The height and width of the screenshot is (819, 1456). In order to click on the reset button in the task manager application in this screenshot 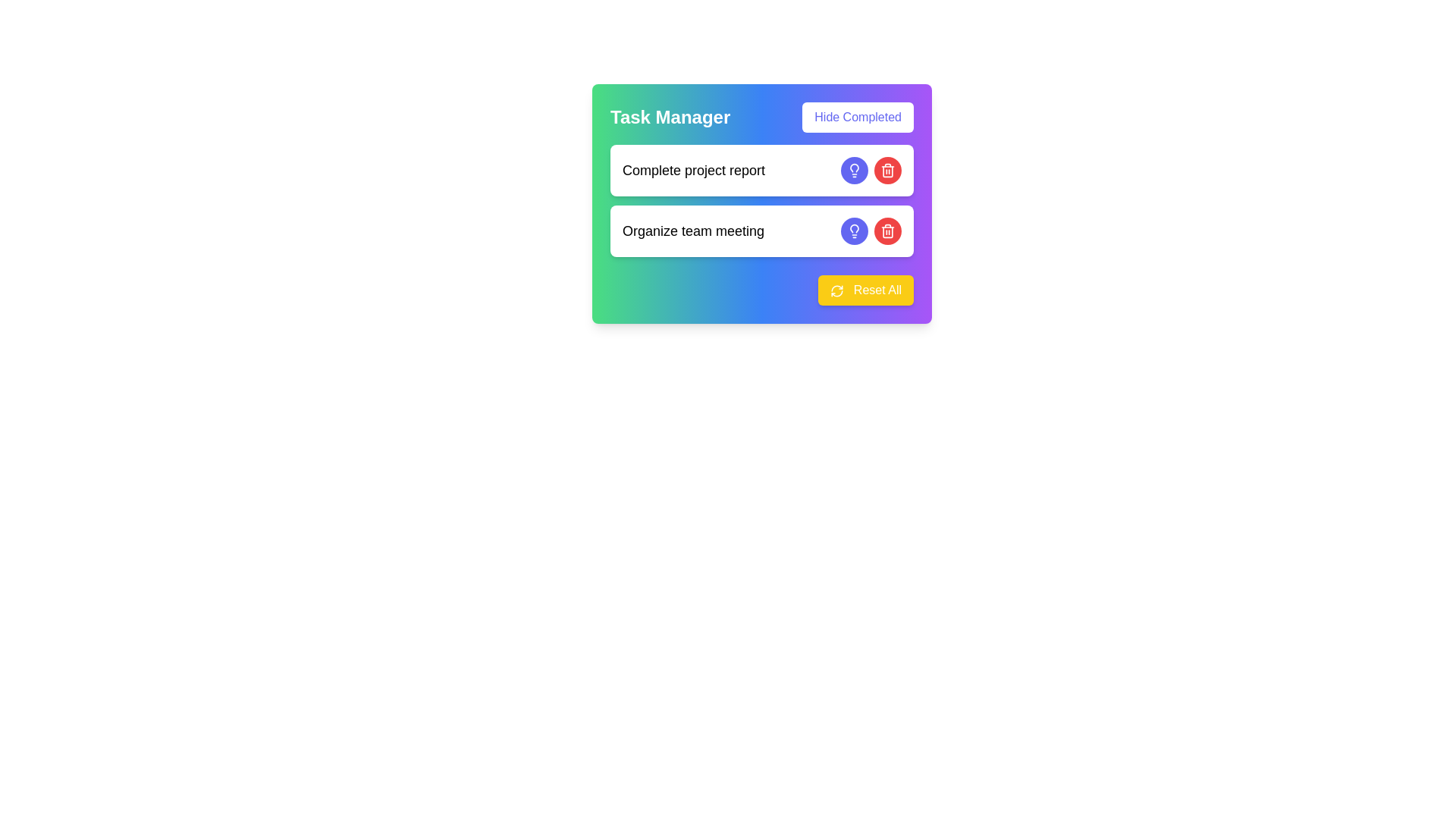, I will do `click(866, 290)`.